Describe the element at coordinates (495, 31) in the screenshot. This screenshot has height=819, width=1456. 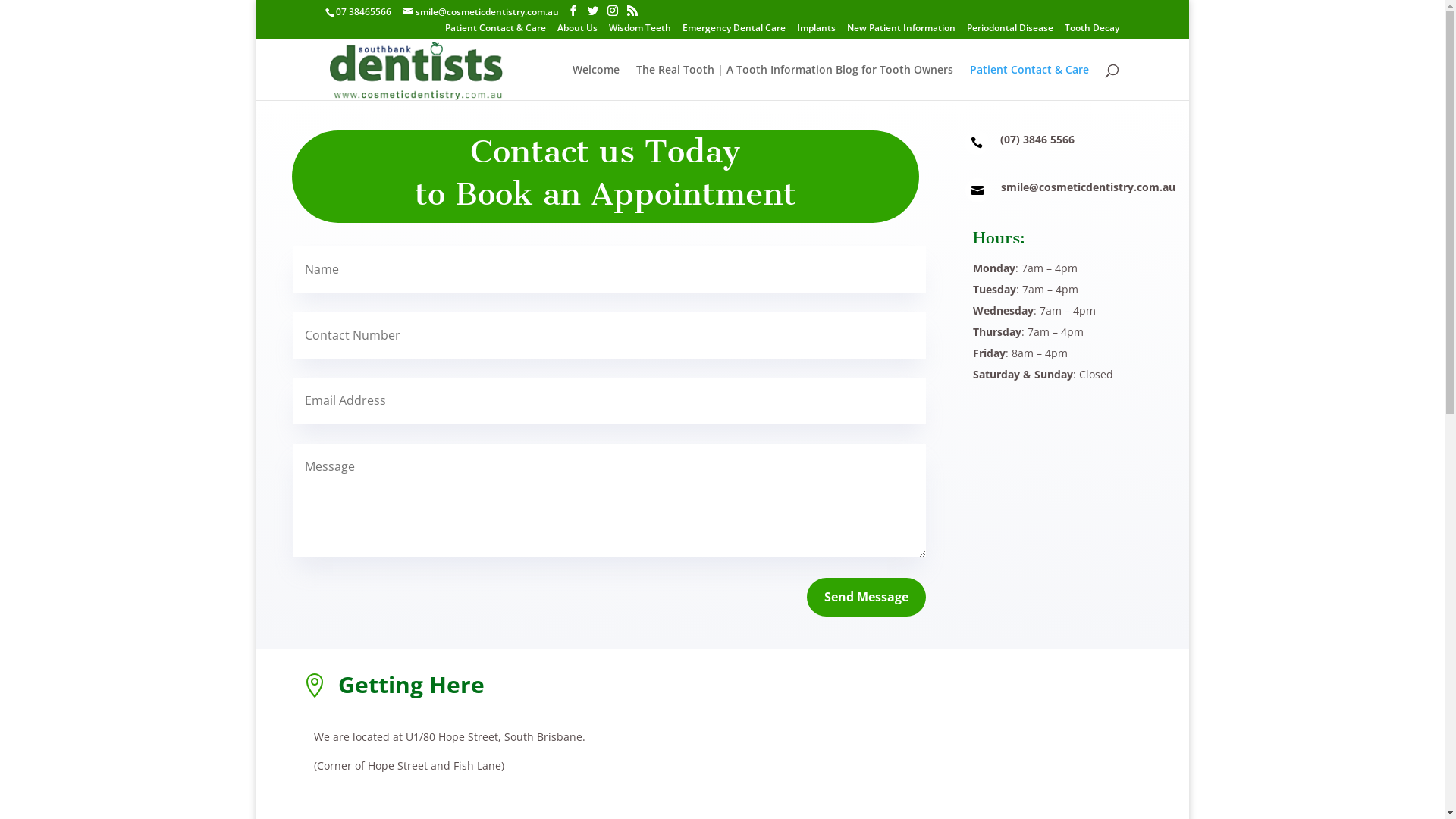
I see `'Patient Contact & Care'` at that location.